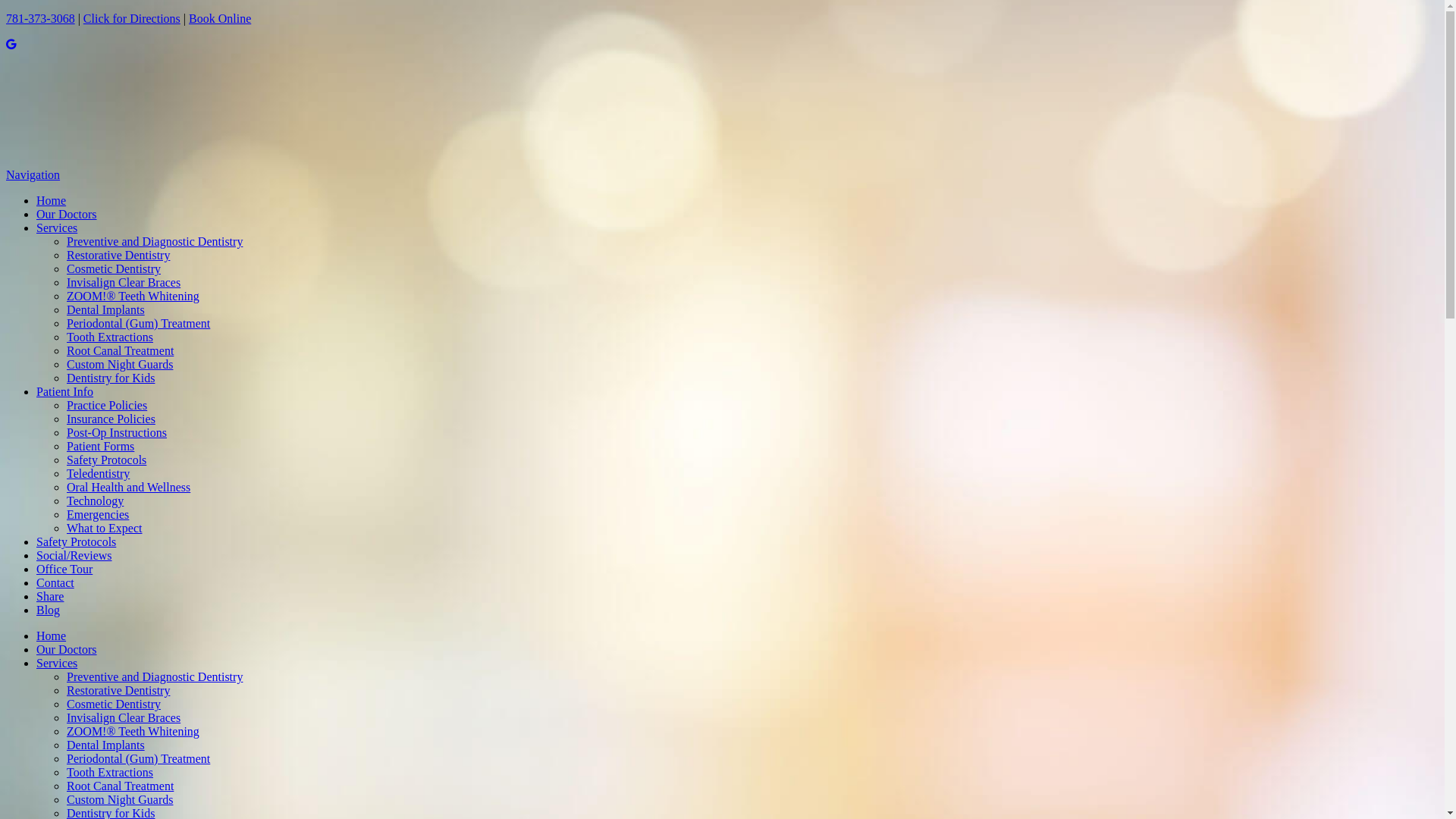  I want to click on 'Preventive and Diagnostic Dentistry', so click(154, 240).